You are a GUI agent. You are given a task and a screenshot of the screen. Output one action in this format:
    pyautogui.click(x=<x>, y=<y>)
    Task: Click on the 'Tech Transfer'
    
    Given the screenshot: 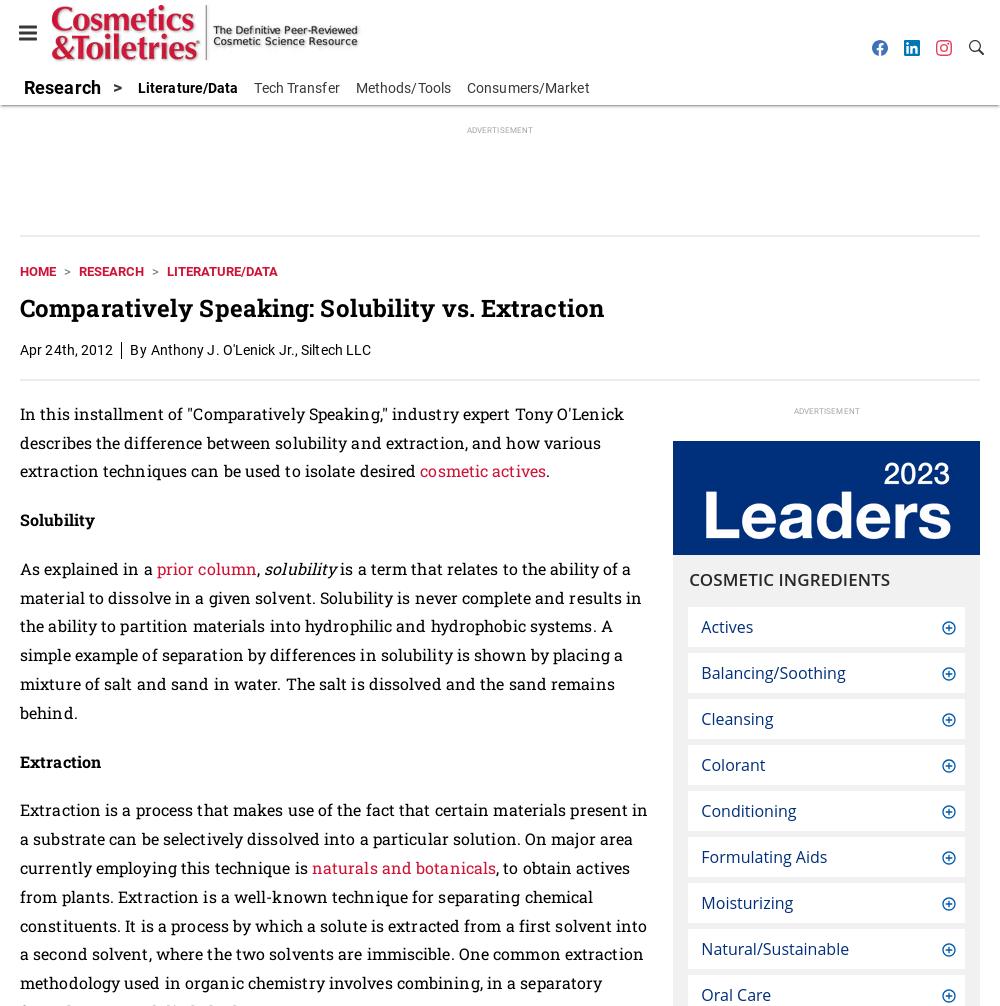 What is the action you would take?
    pyautogui.click(x=296, y=87)
    